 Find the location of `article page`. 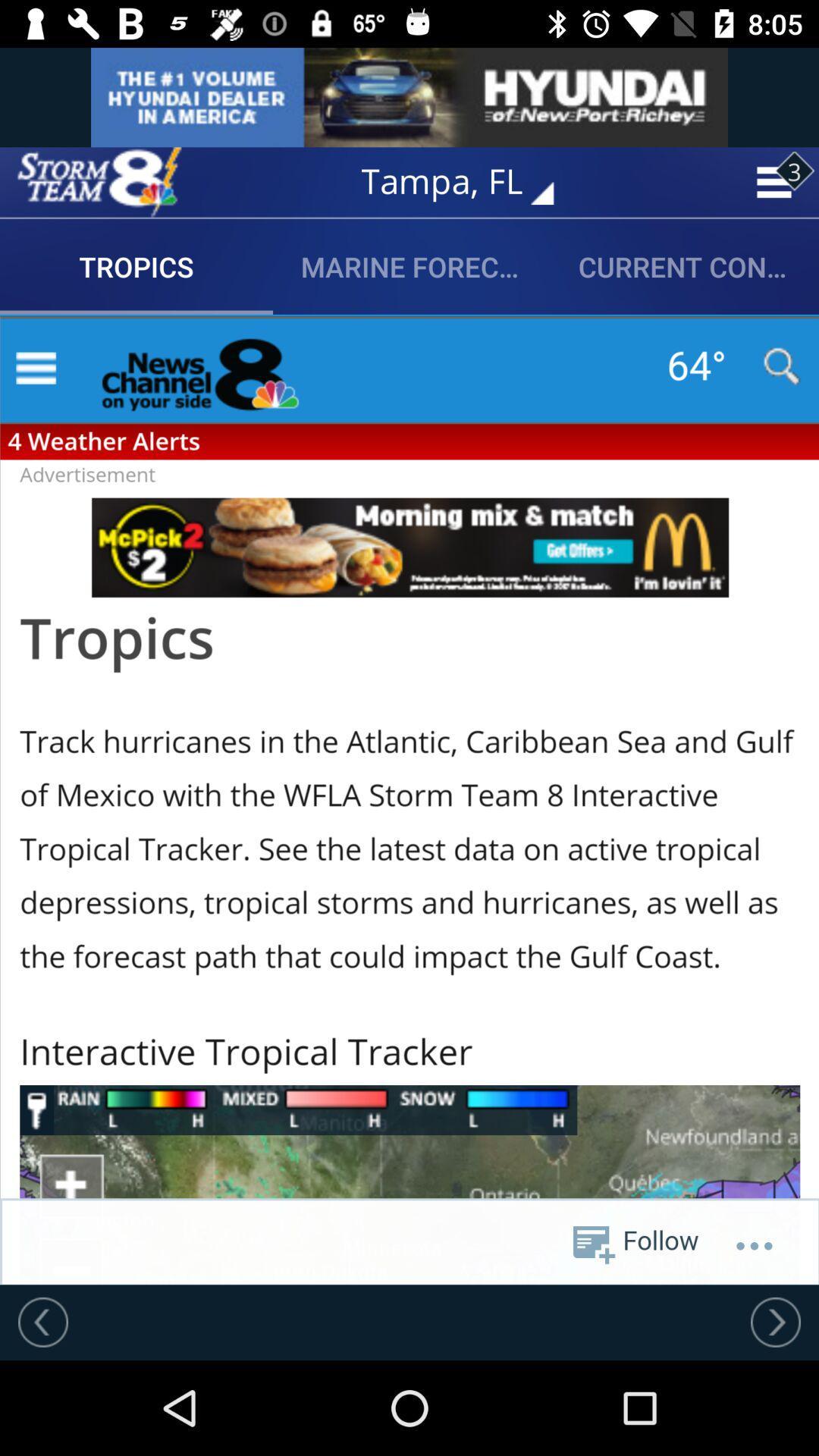

article page is located at coordinates (409, 799).